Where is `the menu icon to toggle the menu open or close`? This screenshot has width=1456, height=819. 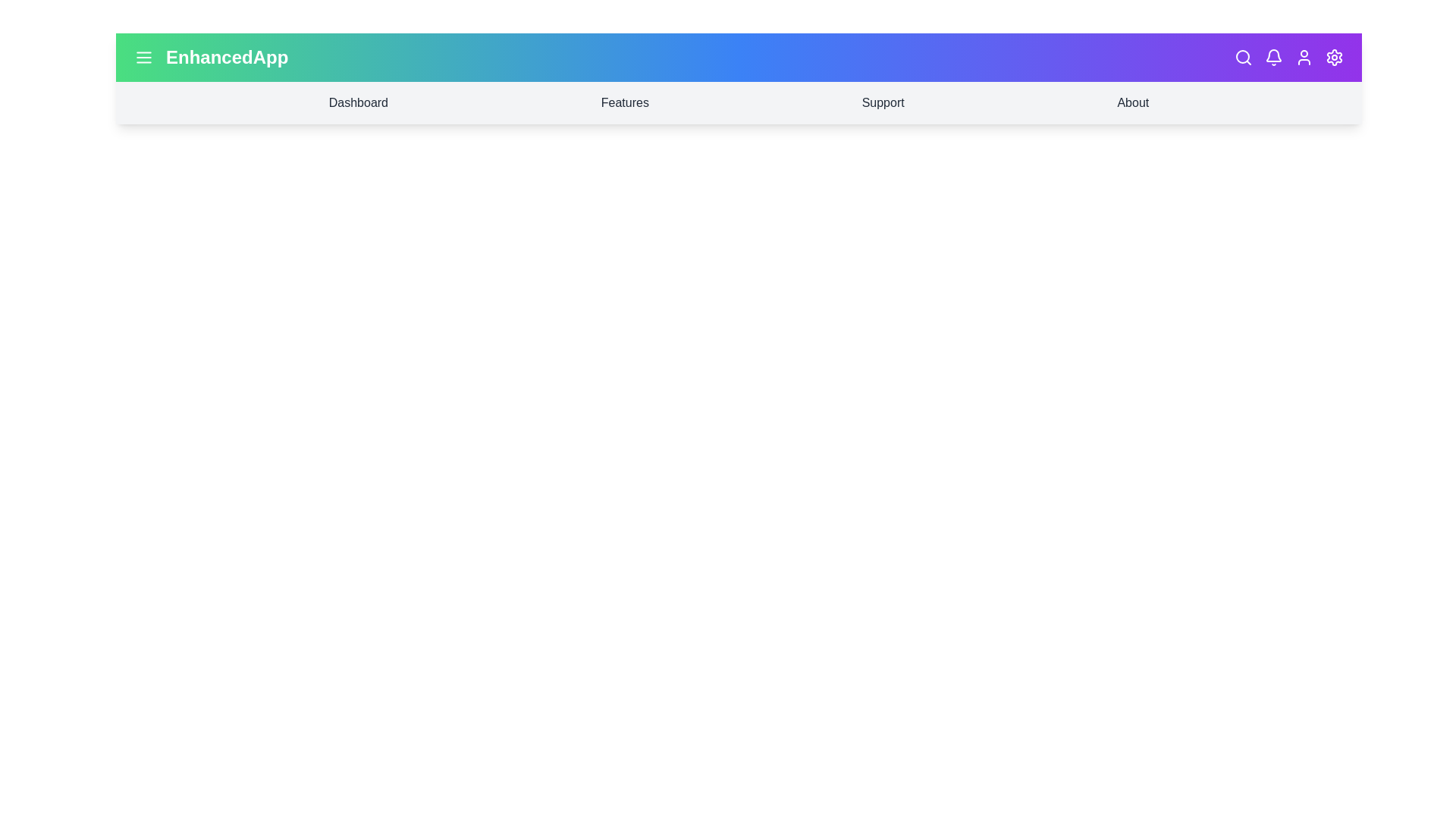
the menu icon to toggle the menu open or close is located at coordinates (144, 57).